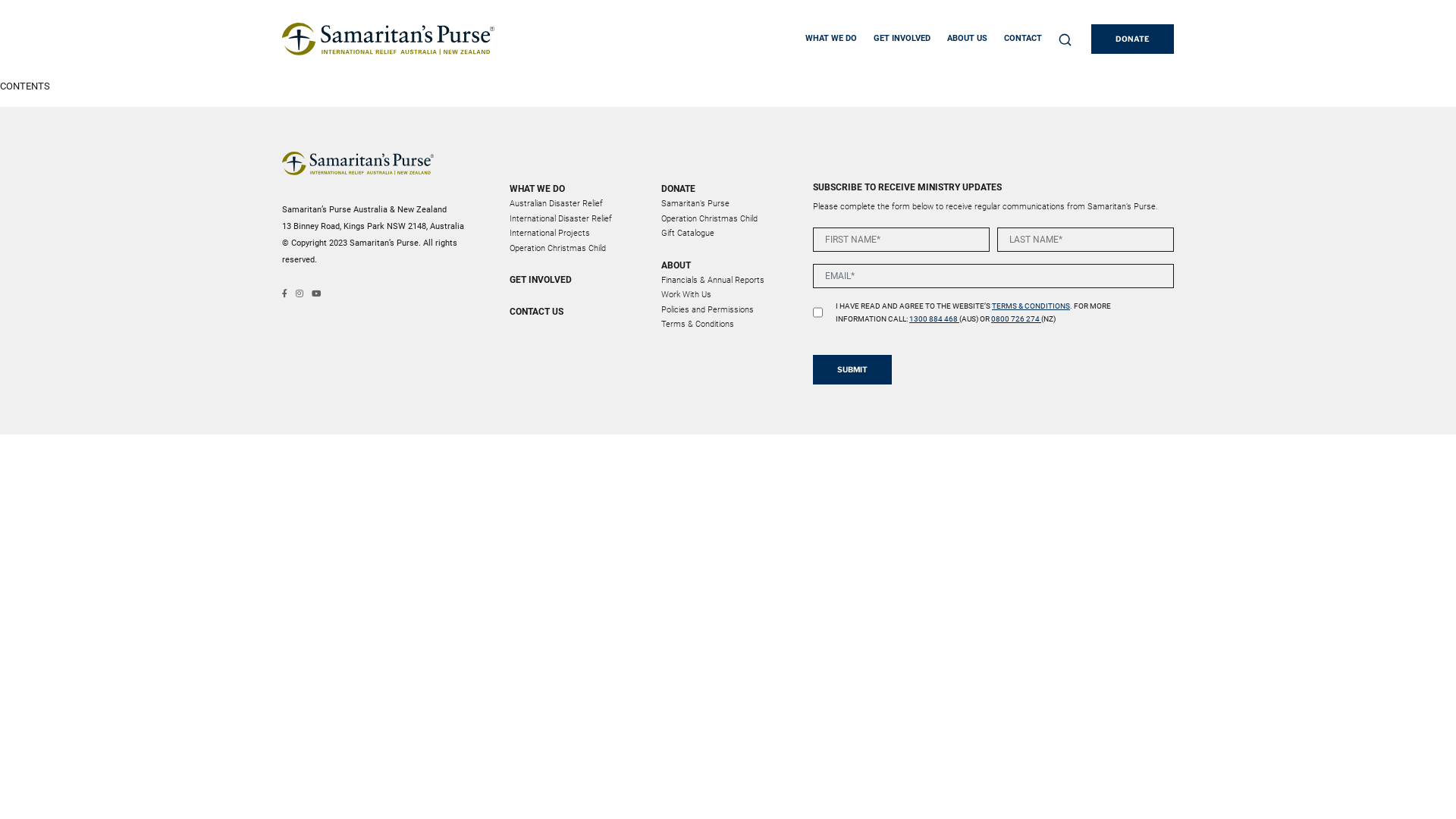 This screenshot has height=819, width=1456. What do you see at coordinates (712, 279) in the screenshot?
I see `'Financials & Annual Reports'` at bounding box center [712, 279].